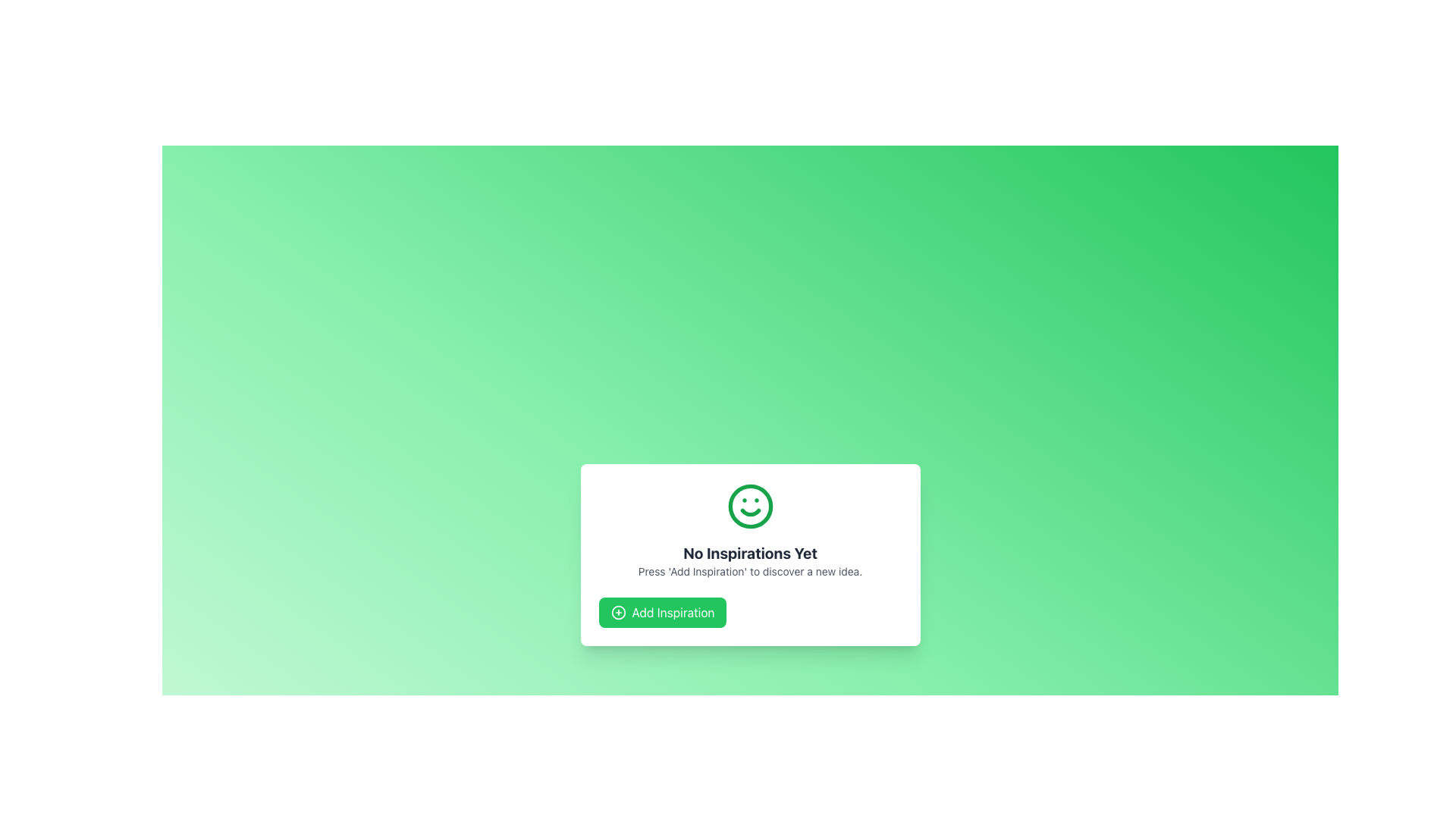 This screenshot has height=819, width=1456. I want to click on the informational header text indicating the lack of inspirations, located directly below the green smiling face icon, so click(750, 553).